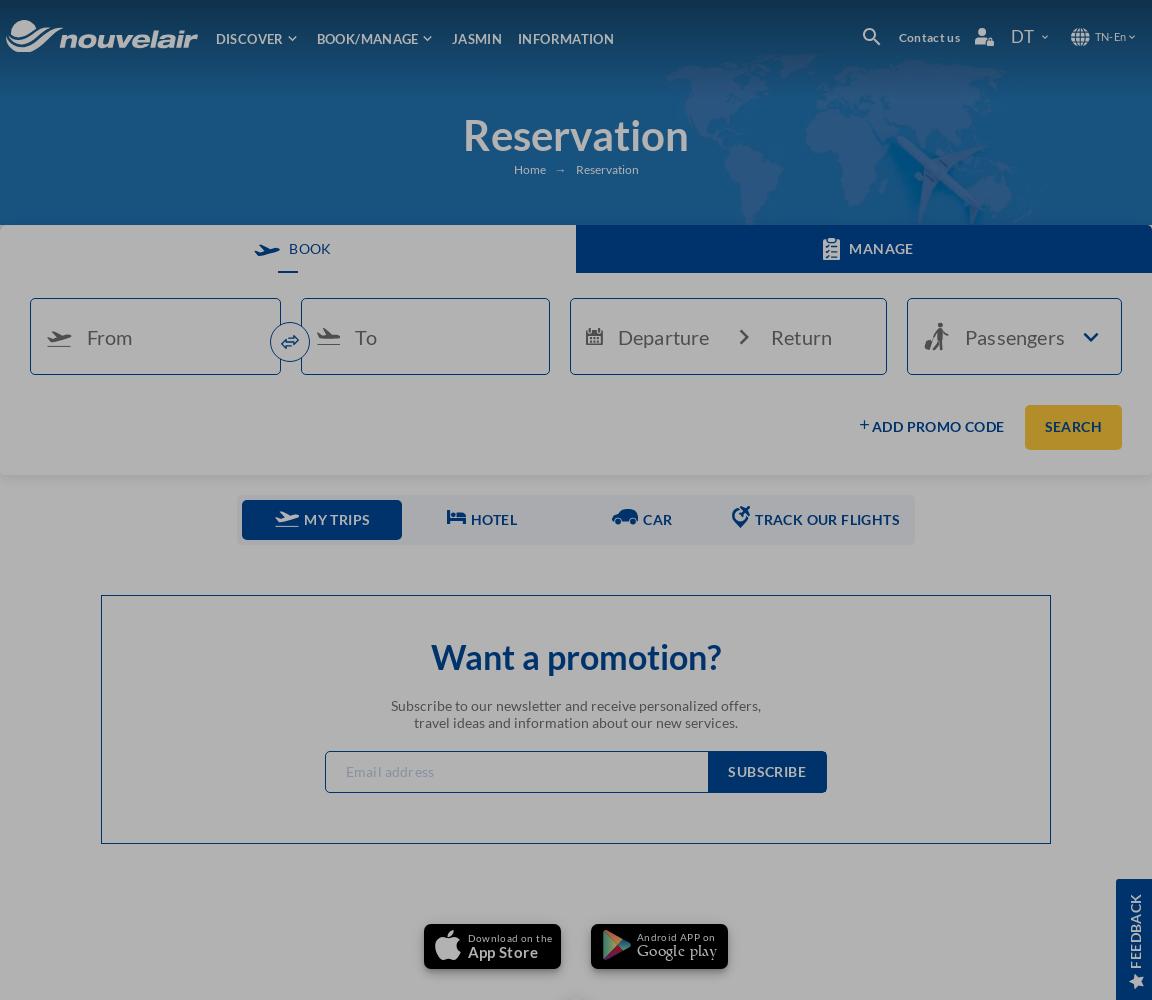  I want to click on 'Departure', so click(661, 335).